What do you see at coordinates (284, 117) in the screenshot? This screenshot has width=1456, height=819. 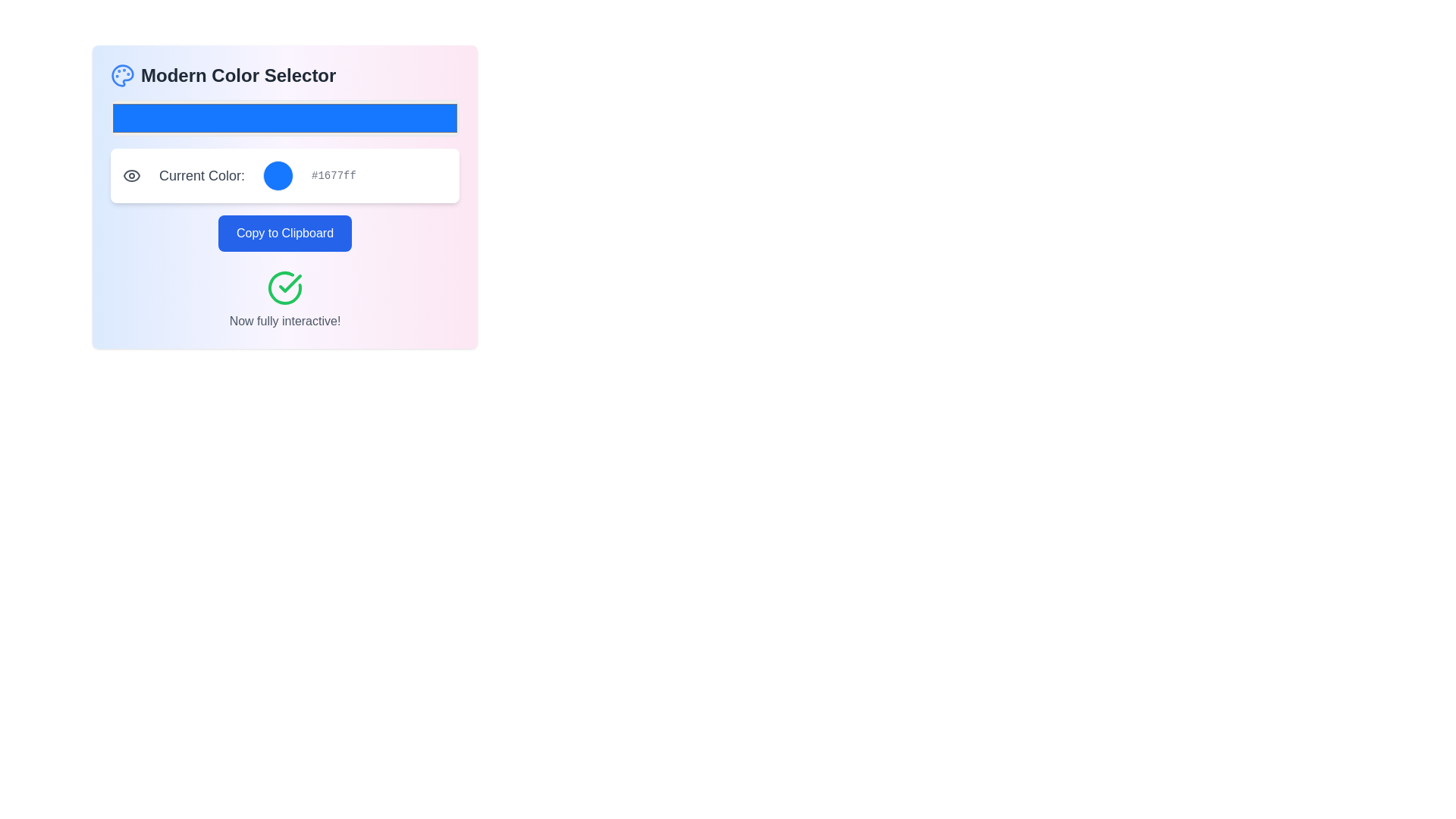 I see `the bright blue Color Picker Input element that shows 'Current Color: #1677ff'` at bounding box center [284, 117].